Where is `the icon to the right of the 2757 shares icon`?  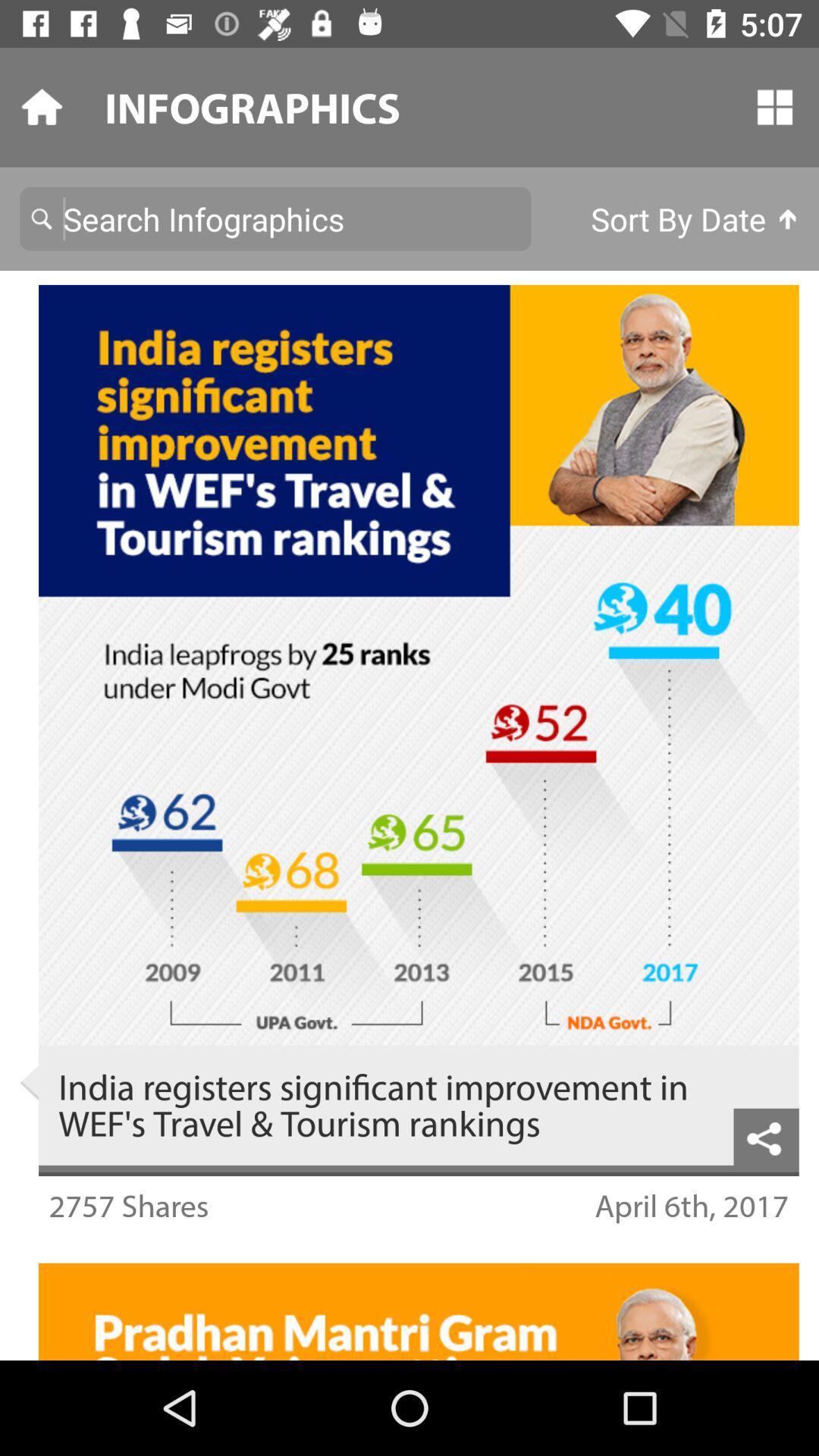 the icon to the right of the 2757 shares icon is located at coordinates (692, 1204).